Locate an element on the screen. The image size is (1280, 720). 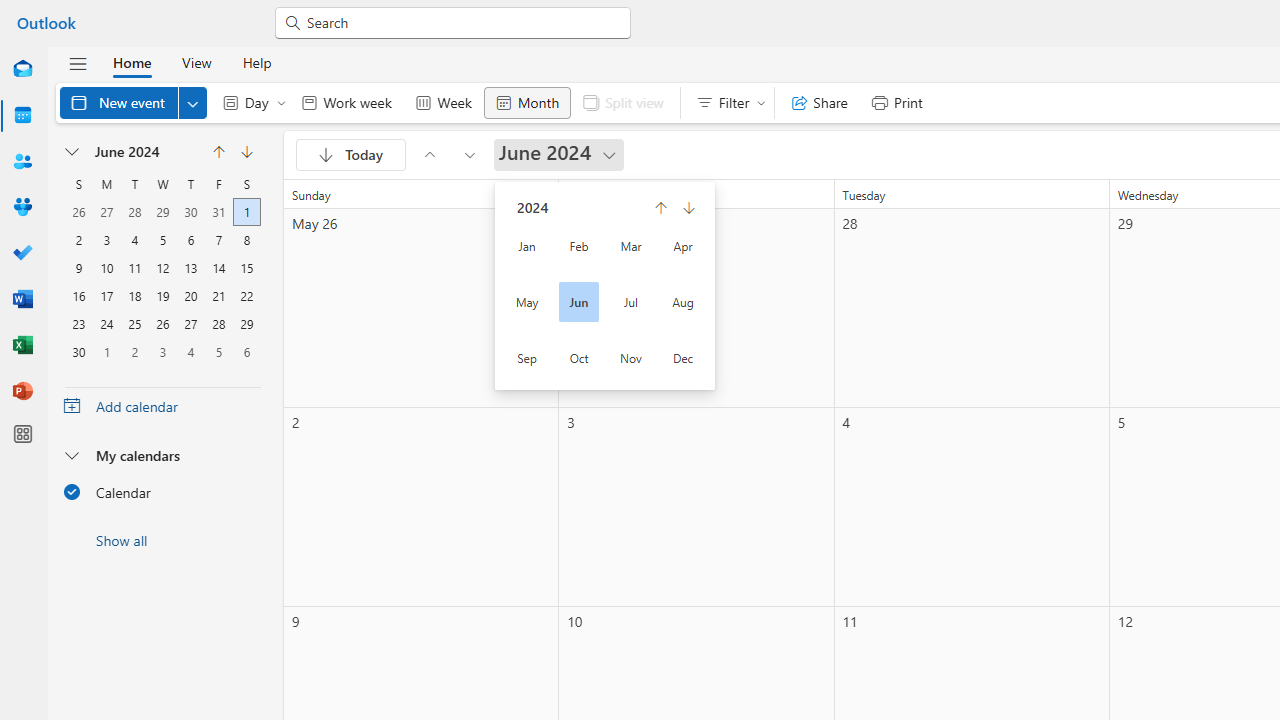
'23, June, 2024' is located at coordinates (78, 321).